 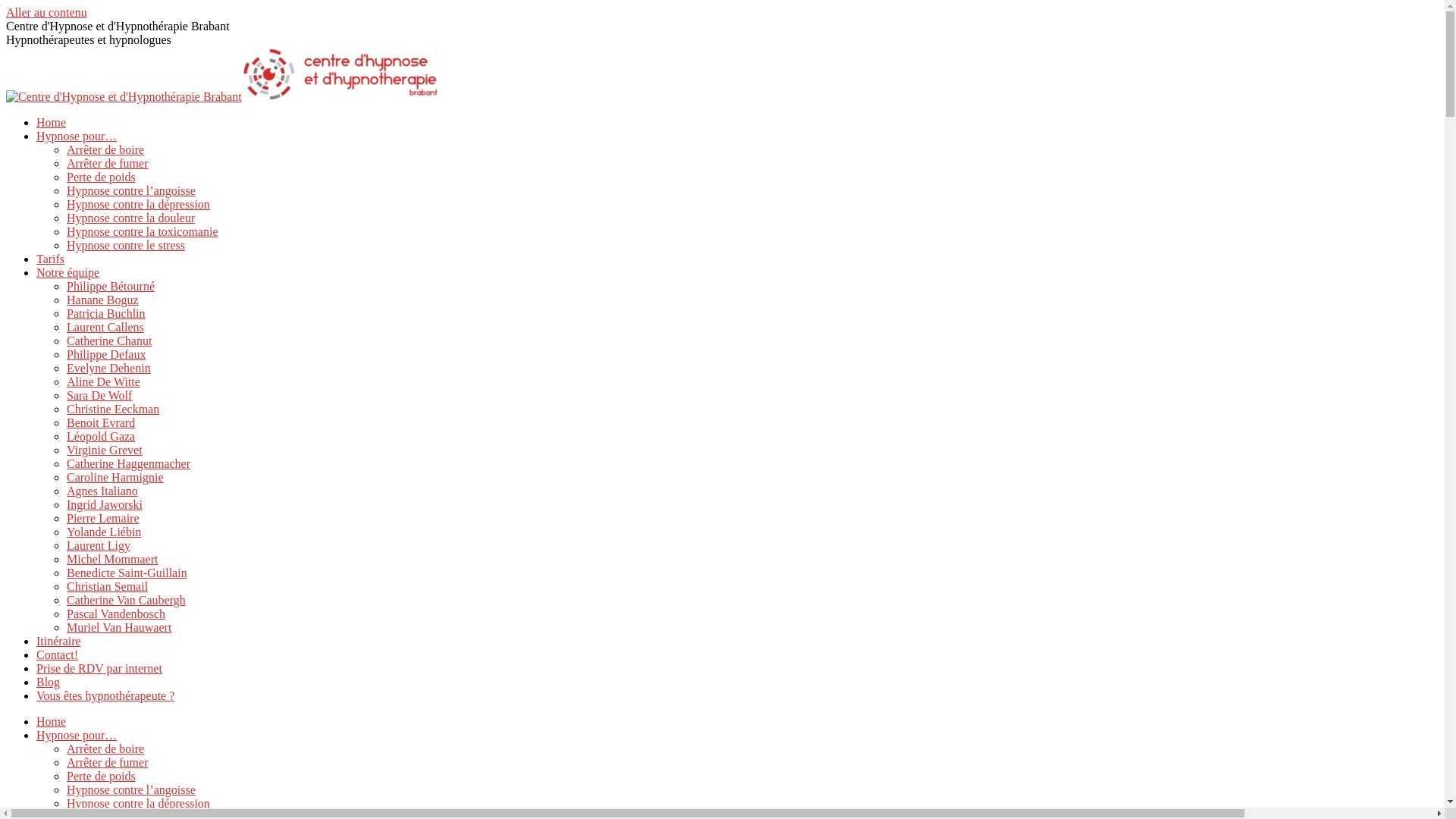 What do you see at coordinates (97, 544) in the screenshot?
I see `'Laurent Ligy'` at bounding box center [97, 544].